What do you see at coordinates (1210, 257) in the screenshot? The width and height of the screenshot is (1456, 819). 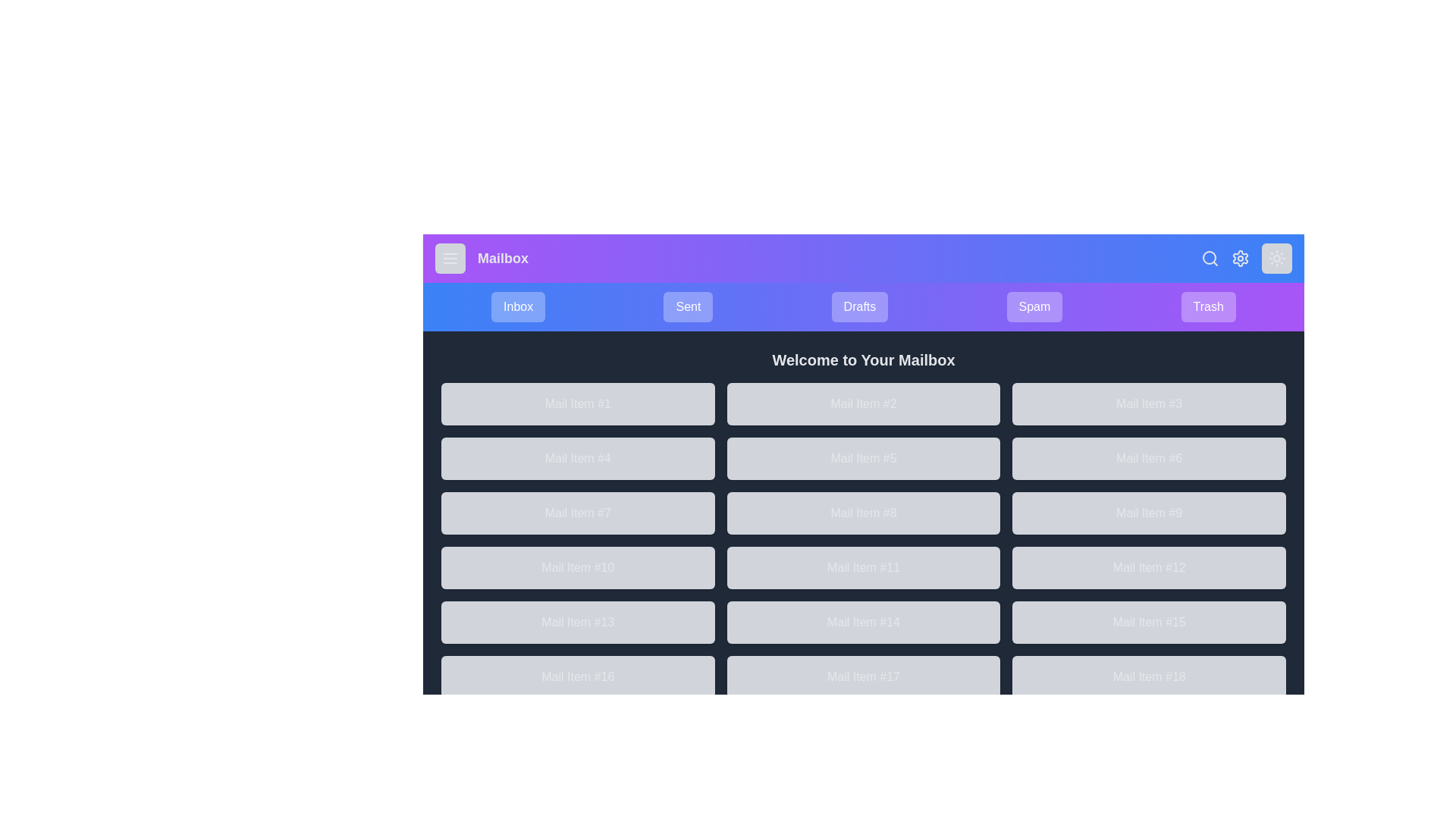 I see `the search button located in the top right corner of the app bar` at bounding box center [1210, 257].